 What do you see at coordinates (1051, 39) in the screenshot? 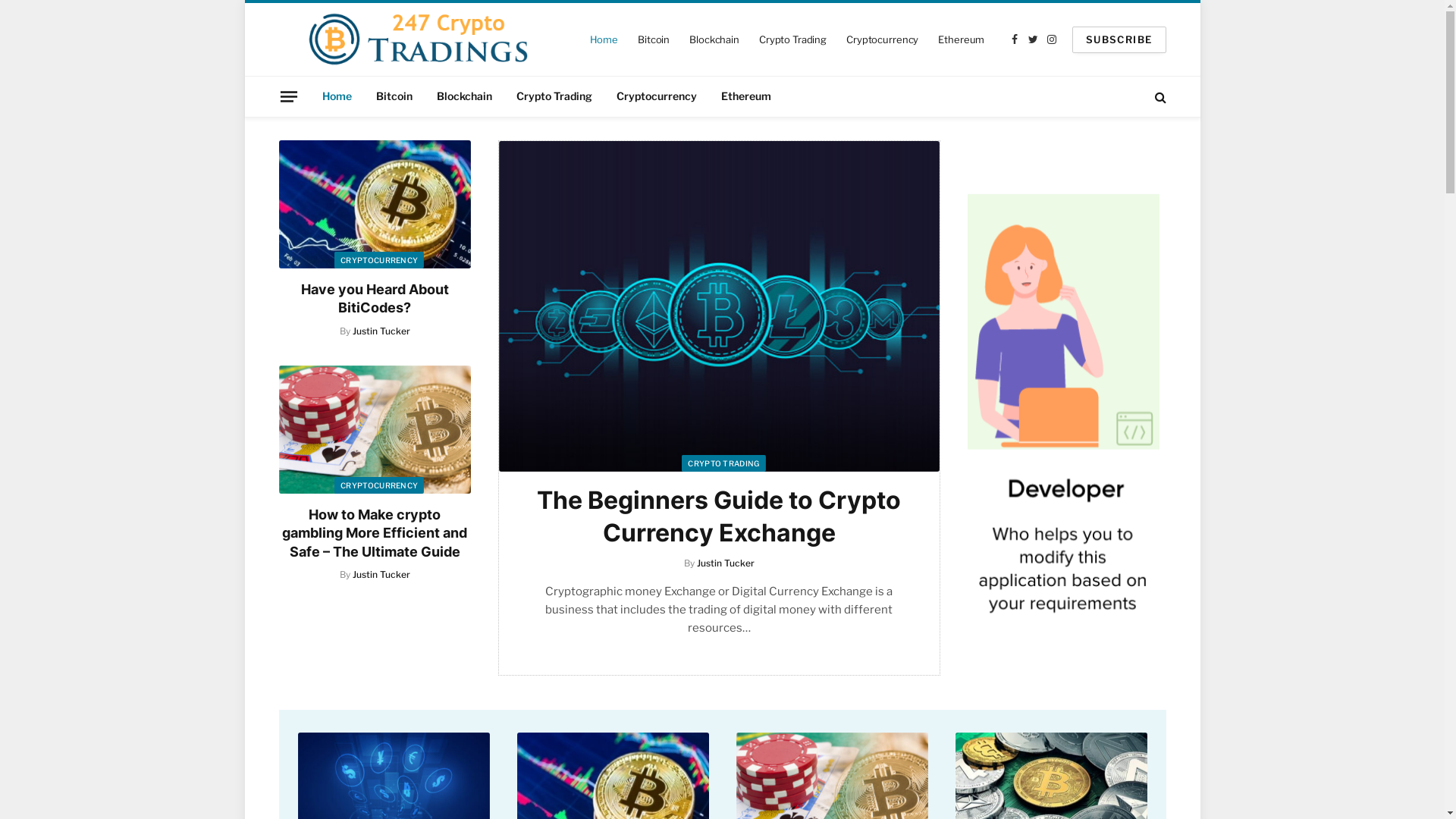
I see `'Instagram'` at bounding box center [1051, 39].